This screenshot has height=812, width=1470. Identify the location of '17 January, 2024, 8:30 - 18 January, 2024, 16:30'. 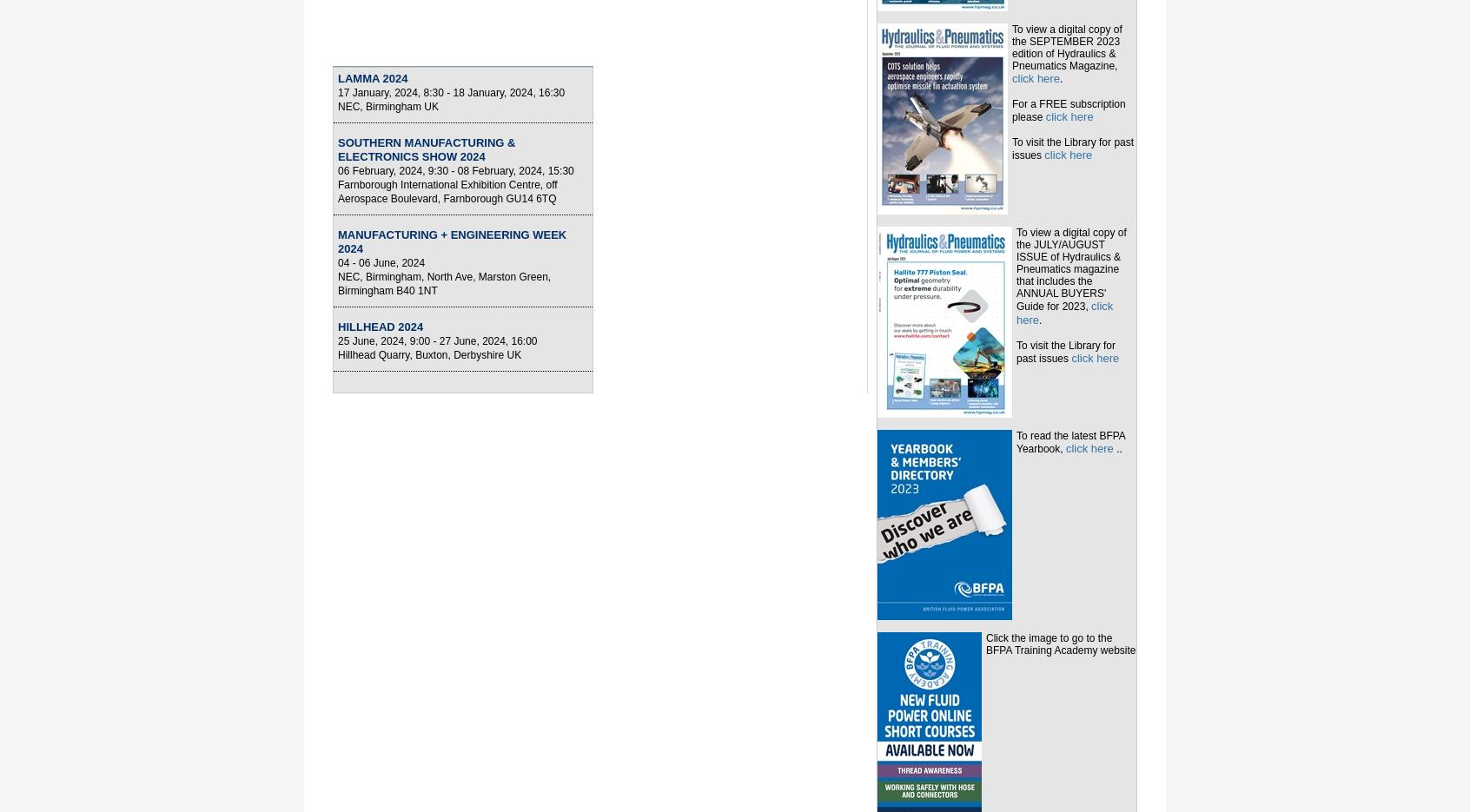
(451, 91).